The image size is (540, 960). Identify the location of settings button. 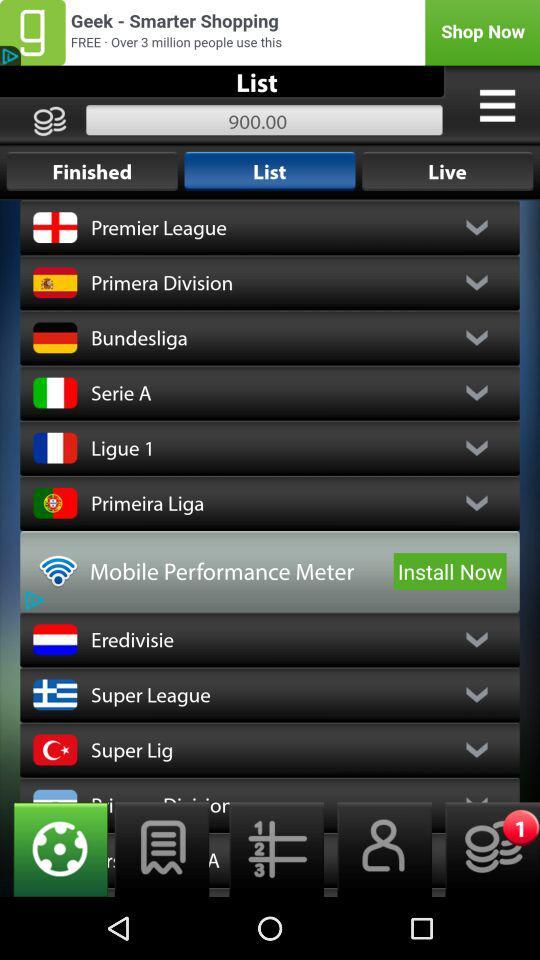
(54, 848).